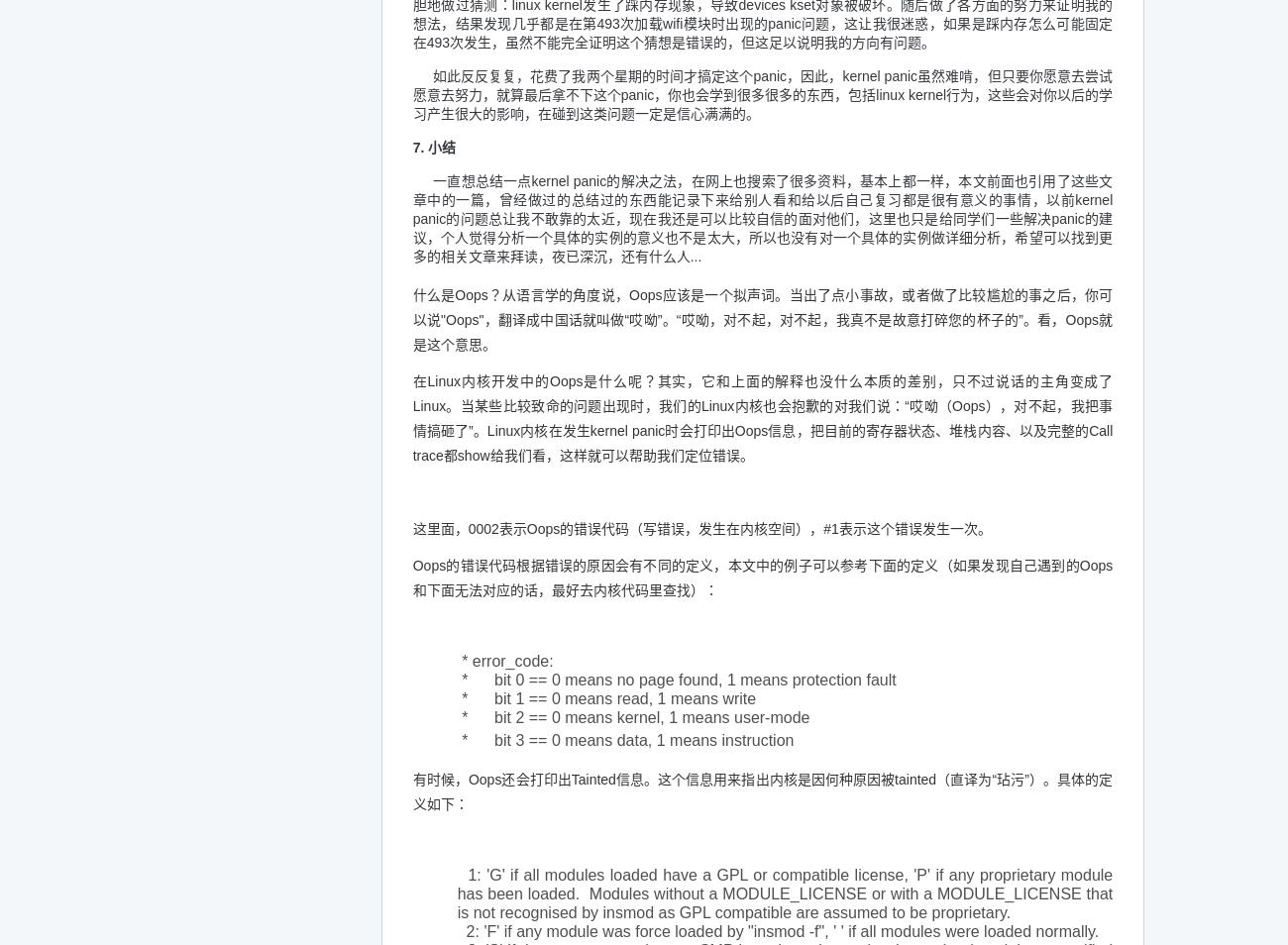 This screenshot has width=1288, height=945. I want to click on '7. 小结', so click(432, 147).